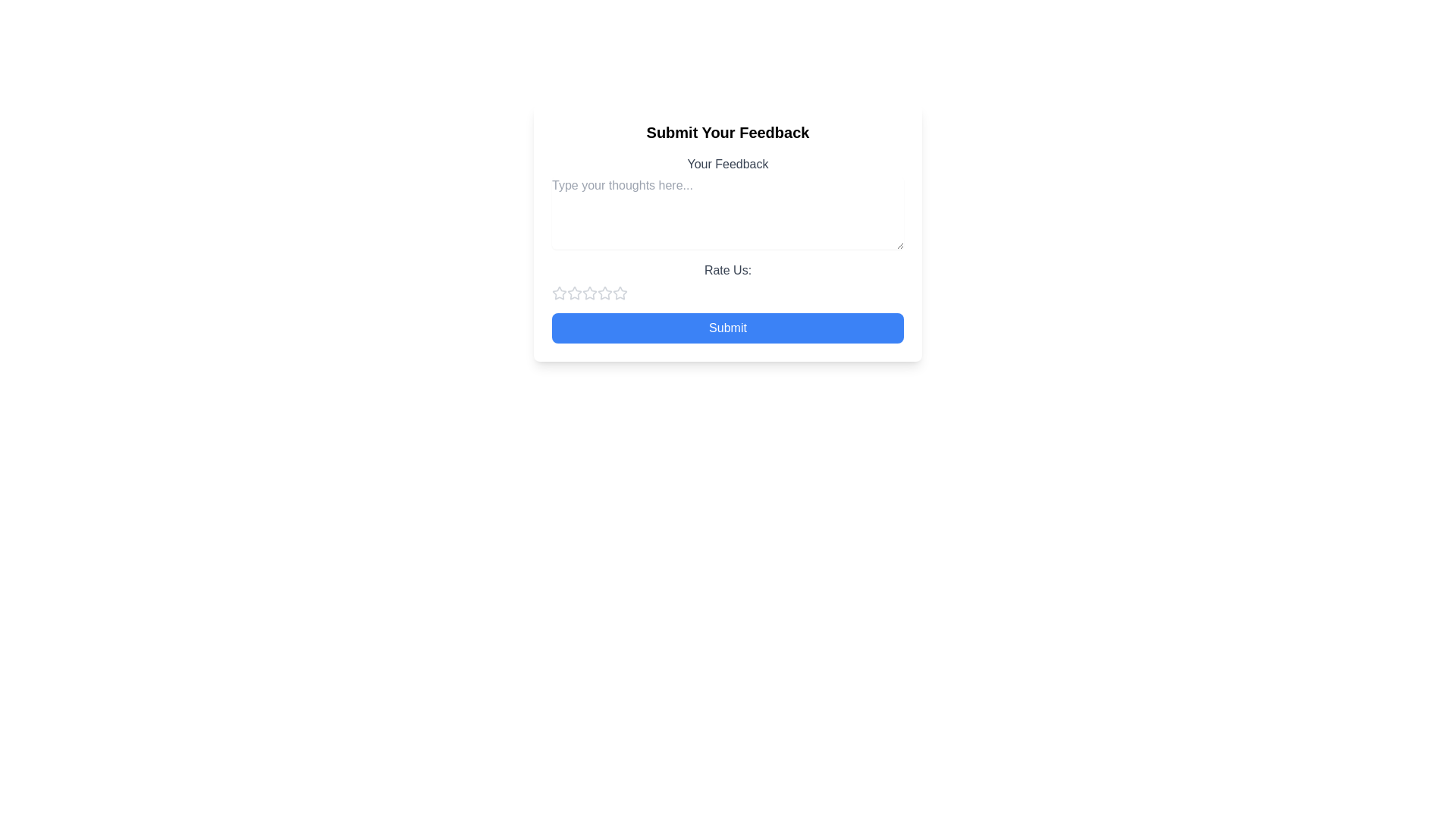 The width and height of the screenshot is (1456, 819). What do you see at coordinates (728, 213) in the screenshot?
I see `the text in the multiline text input field (textarea) located underneath the label 'Your Feedback' in the feedback form` at bounding box center [728, 213].